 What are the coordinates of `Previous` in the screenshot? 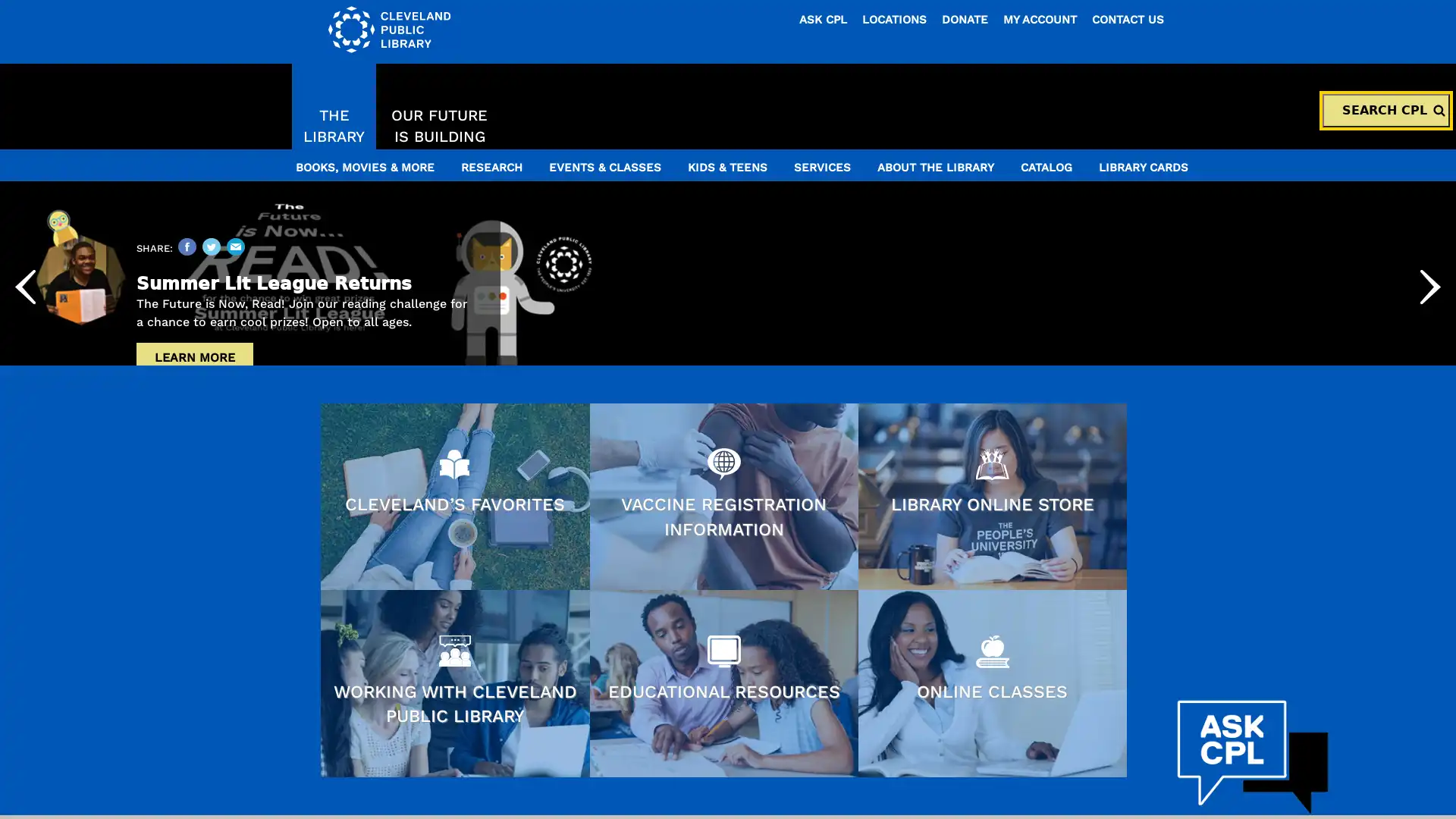 It's located at (25, 399).